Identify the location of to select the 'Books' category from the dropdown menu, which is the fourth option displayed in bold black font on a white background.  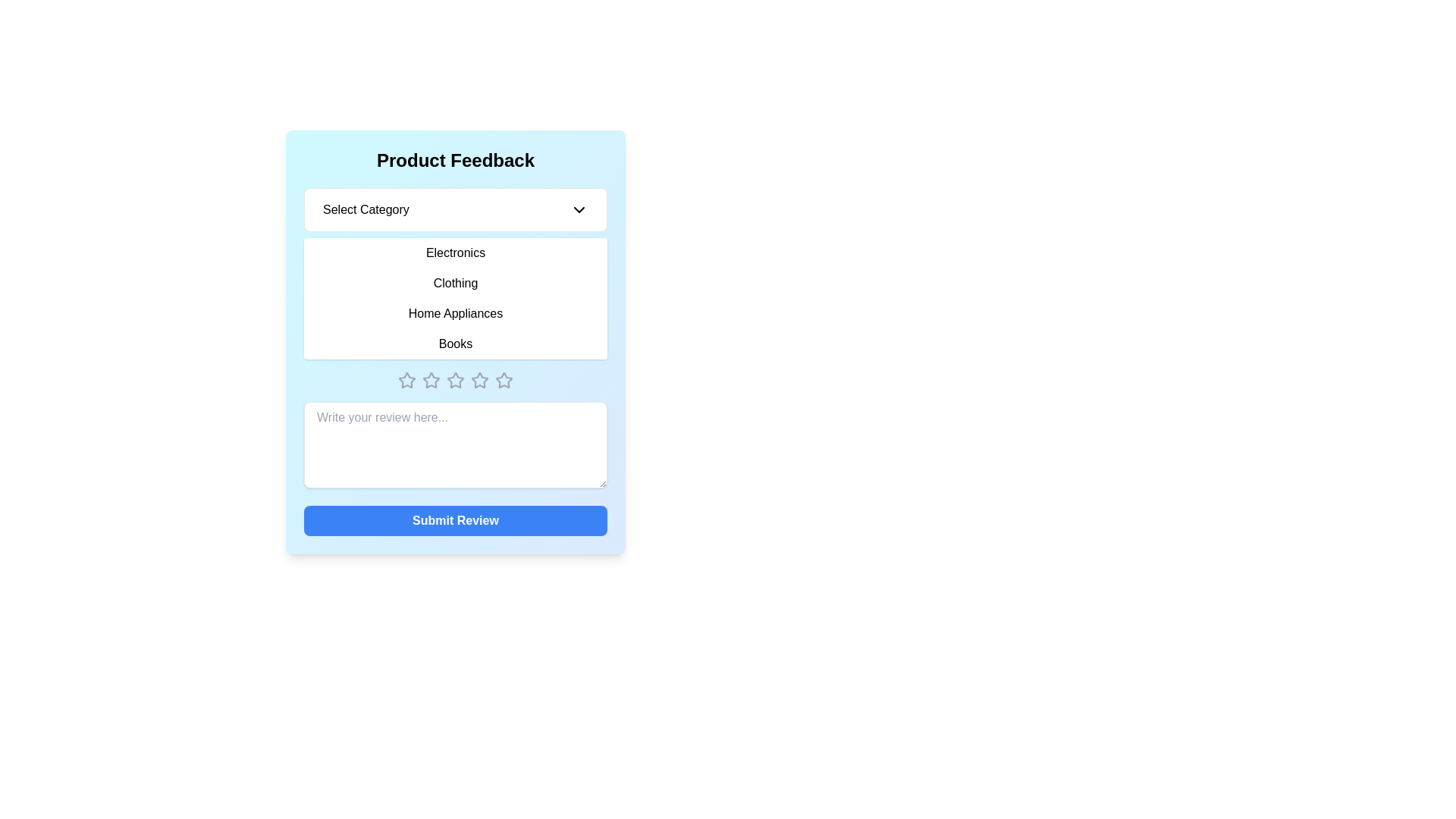
(454, 344).